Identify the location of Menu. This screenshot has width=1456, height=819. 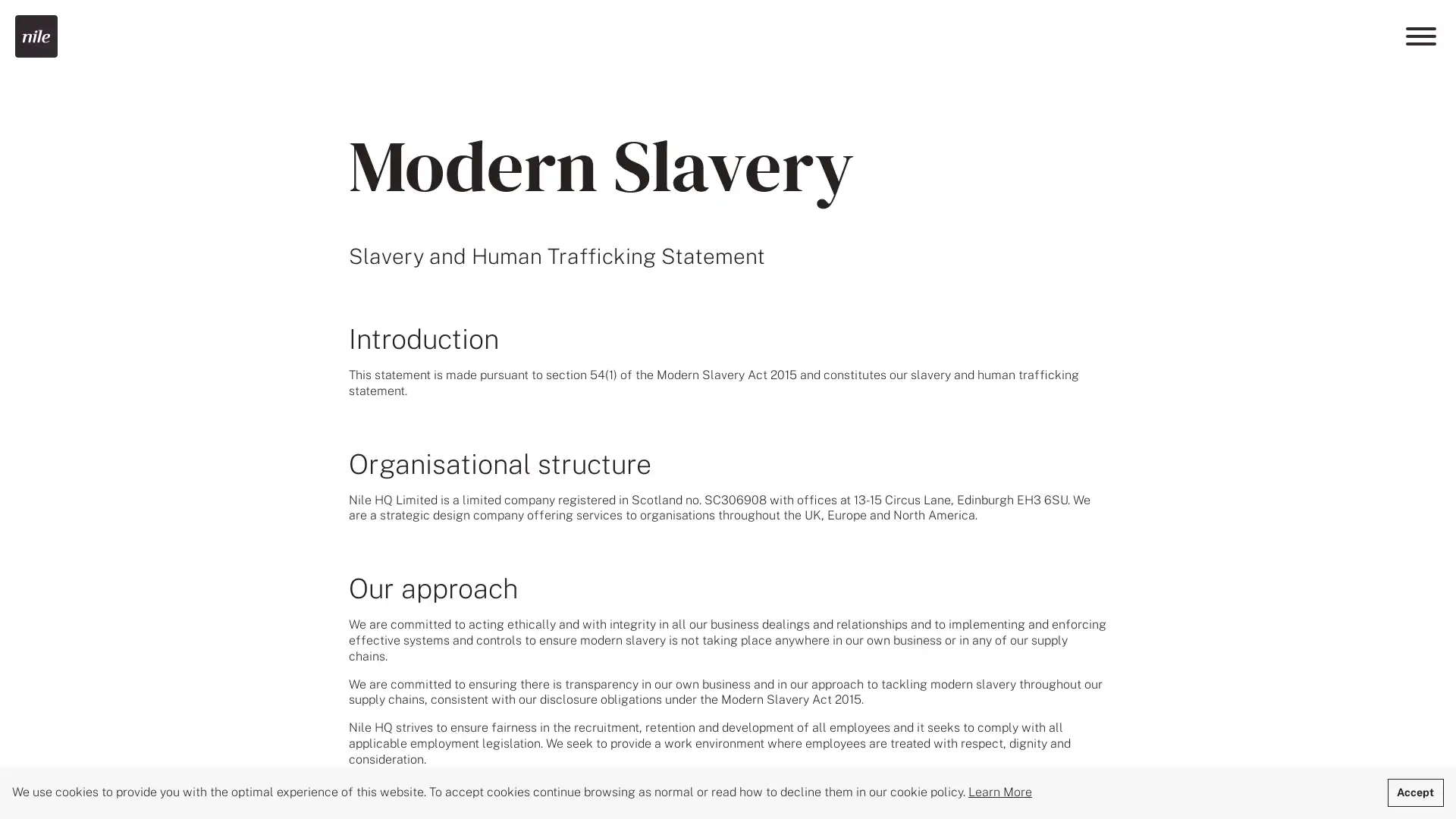
(1420, 35).